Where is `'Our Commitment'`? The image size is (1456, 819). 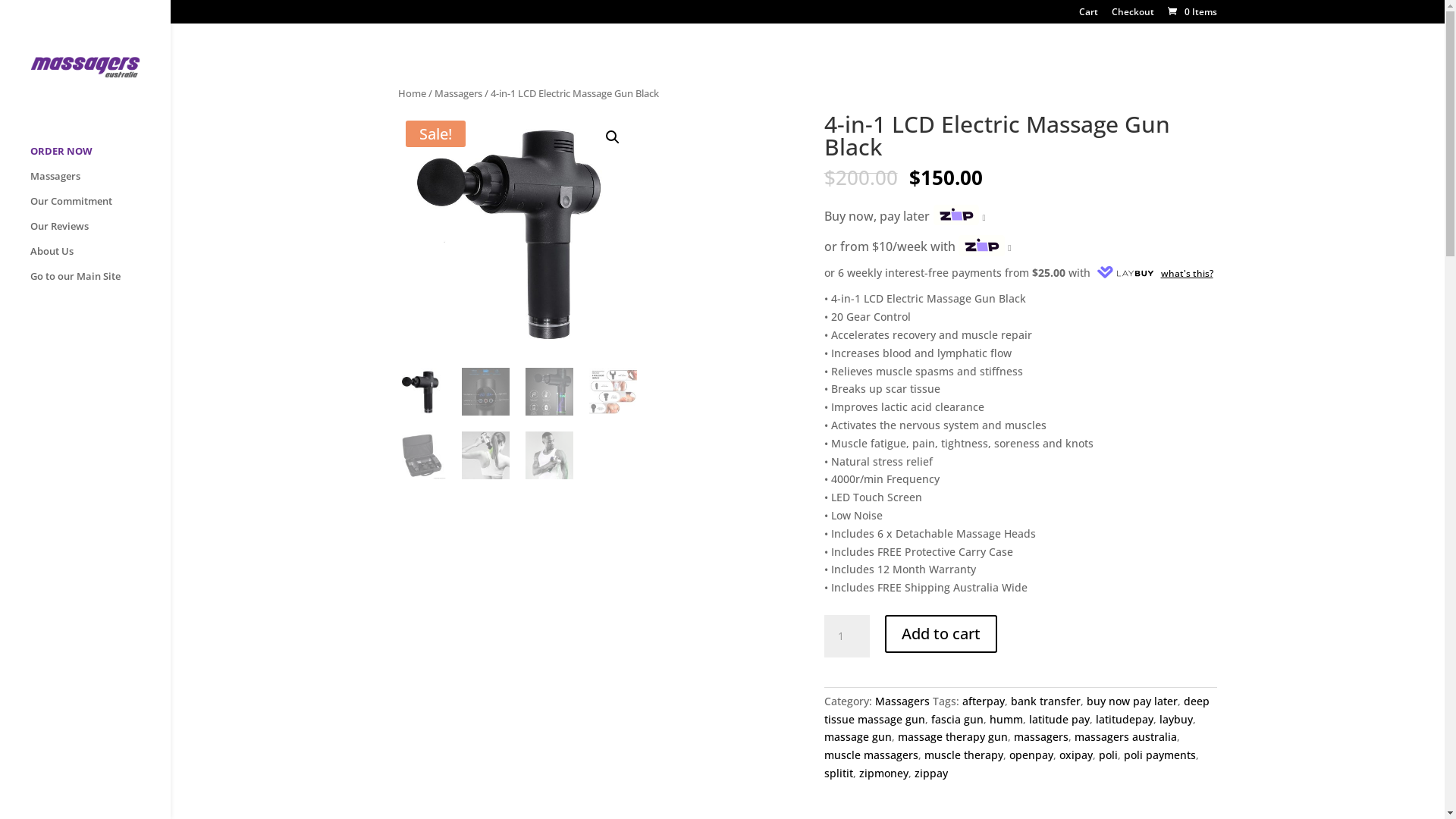
'Our Commitment' is located at coordinates (99, 208).